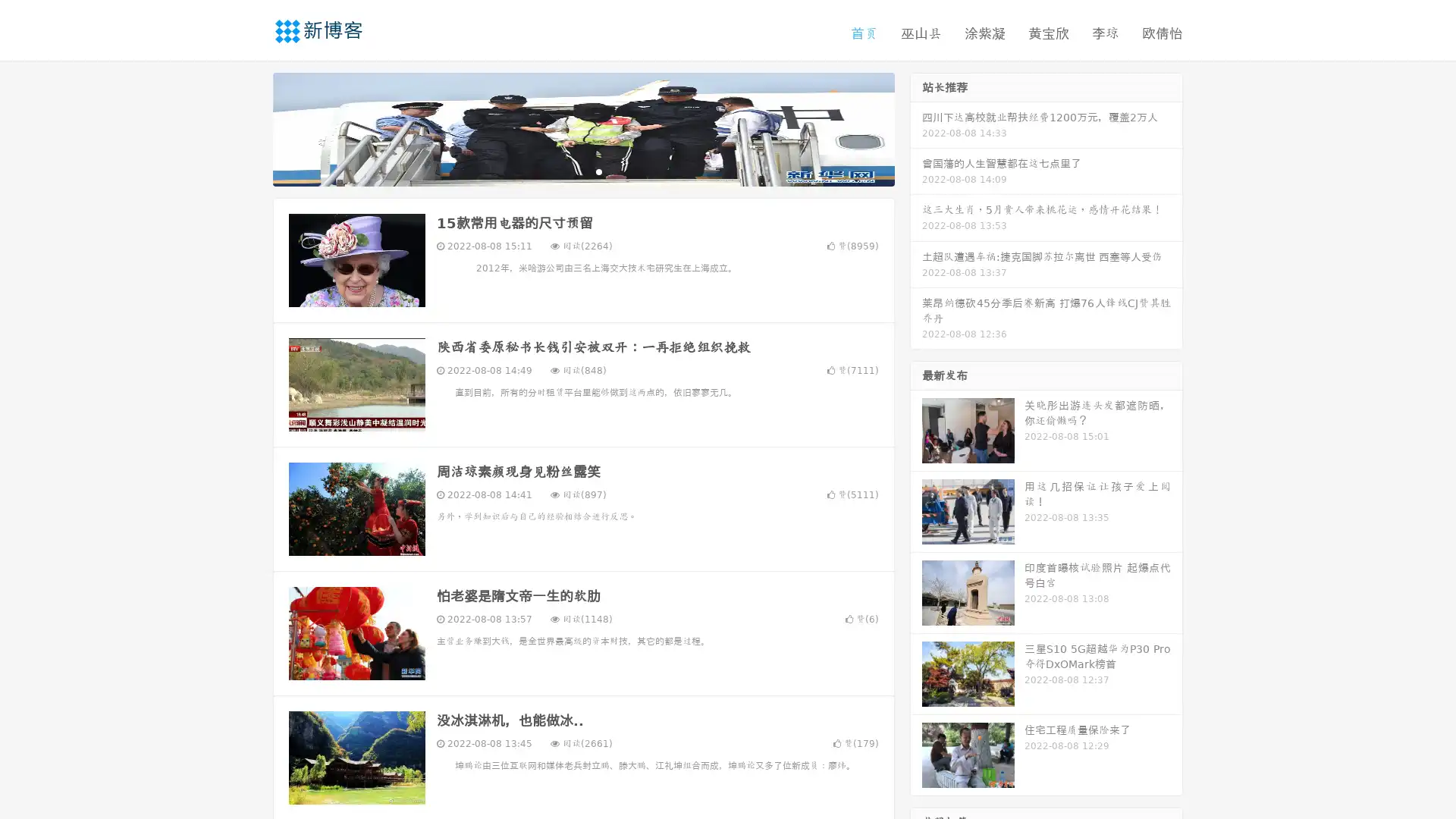  What do you see at coordinates (250, 127) in the screenshot?
I see `Previous slide` at bounding box center [250, 127].